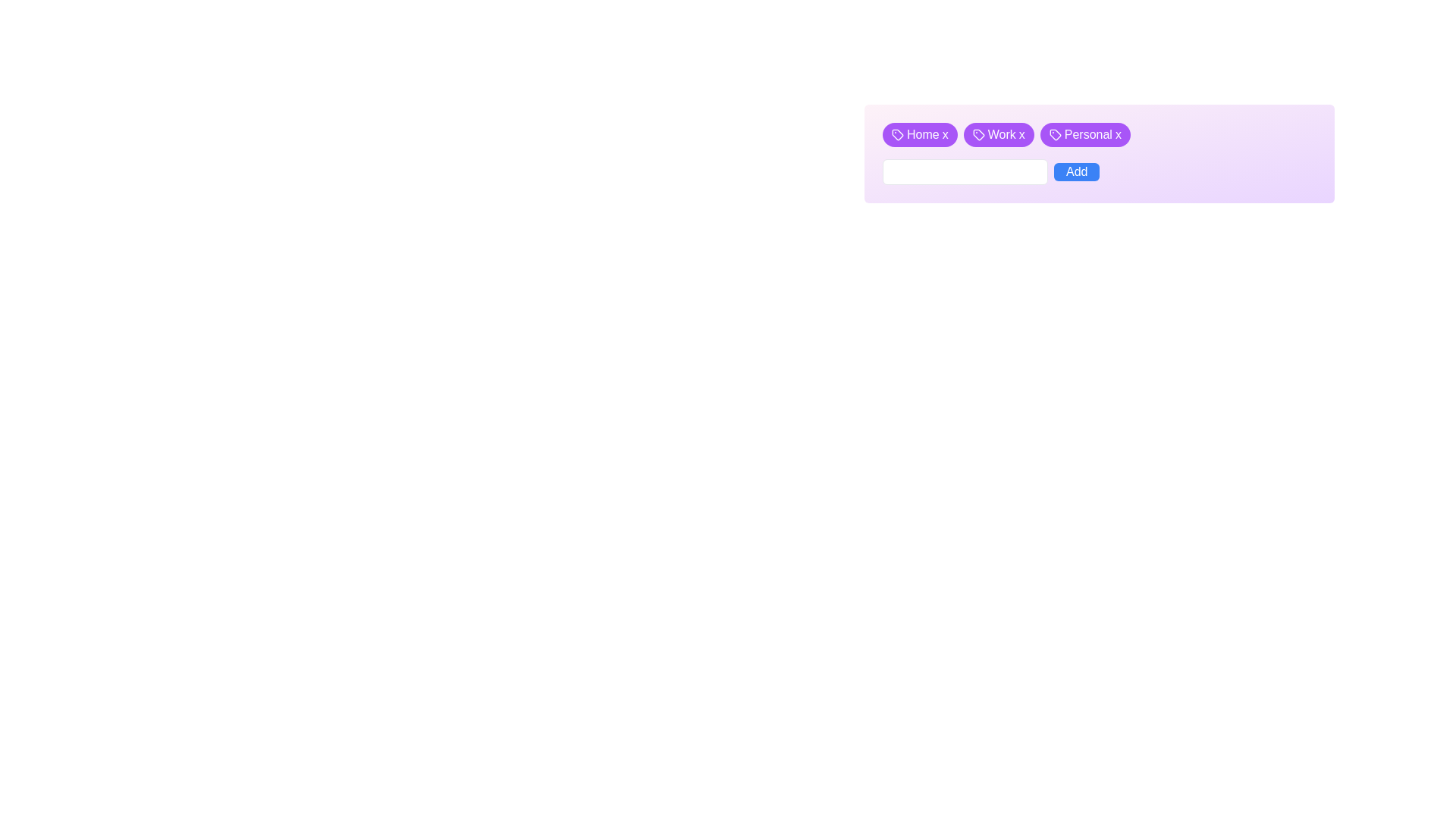  What do you see at coordinates (1087, 133) in the screenshot?
I see `the 'Personal' button, which is the third button in a row of buttons located in the top-right corner of the interface, visually represented by white text on a purple background` at bounding box center [1087, 133].